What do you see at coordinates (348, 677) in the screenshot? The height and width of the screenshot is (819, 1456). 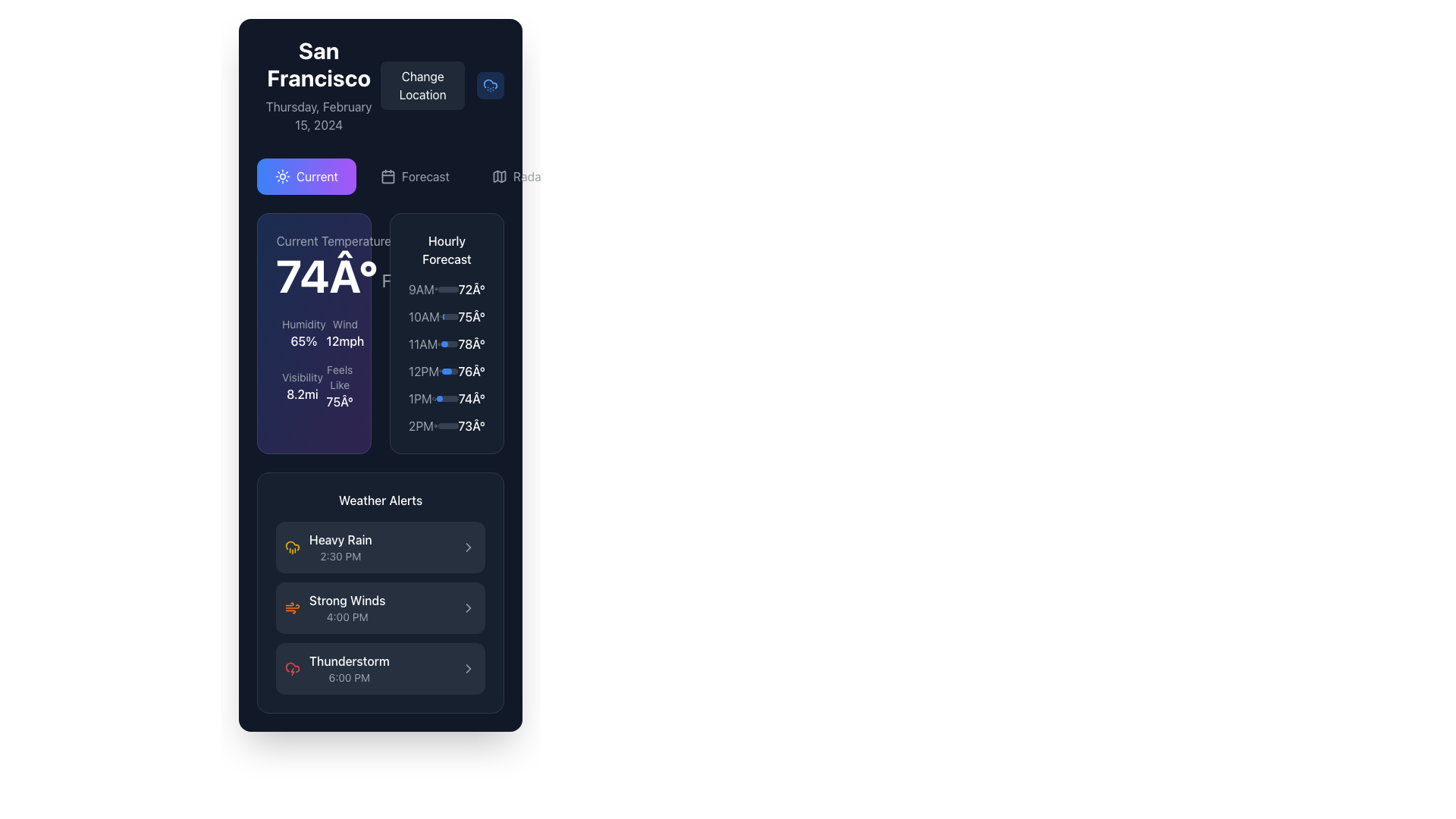 I see `the displayed time on the TextLabel showing '6:00 PM' under the 'Thunderstorm' label in the 'Weather Alerts' section` at bounding box center [348, 677].